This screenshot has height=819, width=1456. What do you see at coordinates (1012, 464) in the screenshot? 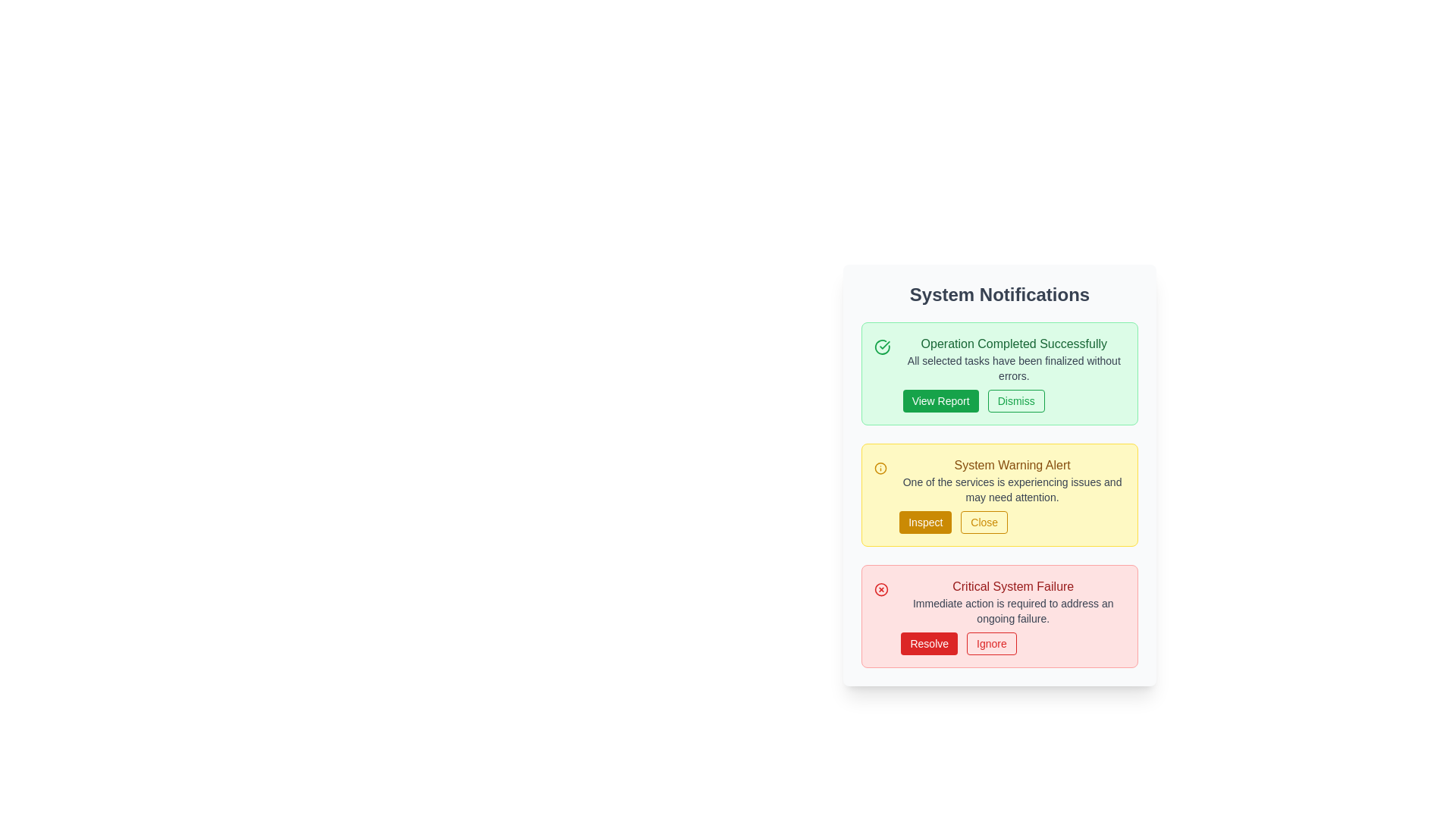
I see `the static text label that reads 'System Warning Alert' located at the top of the second notification card in the 'System Notifications' panel` at bounding box center [1012, 464].